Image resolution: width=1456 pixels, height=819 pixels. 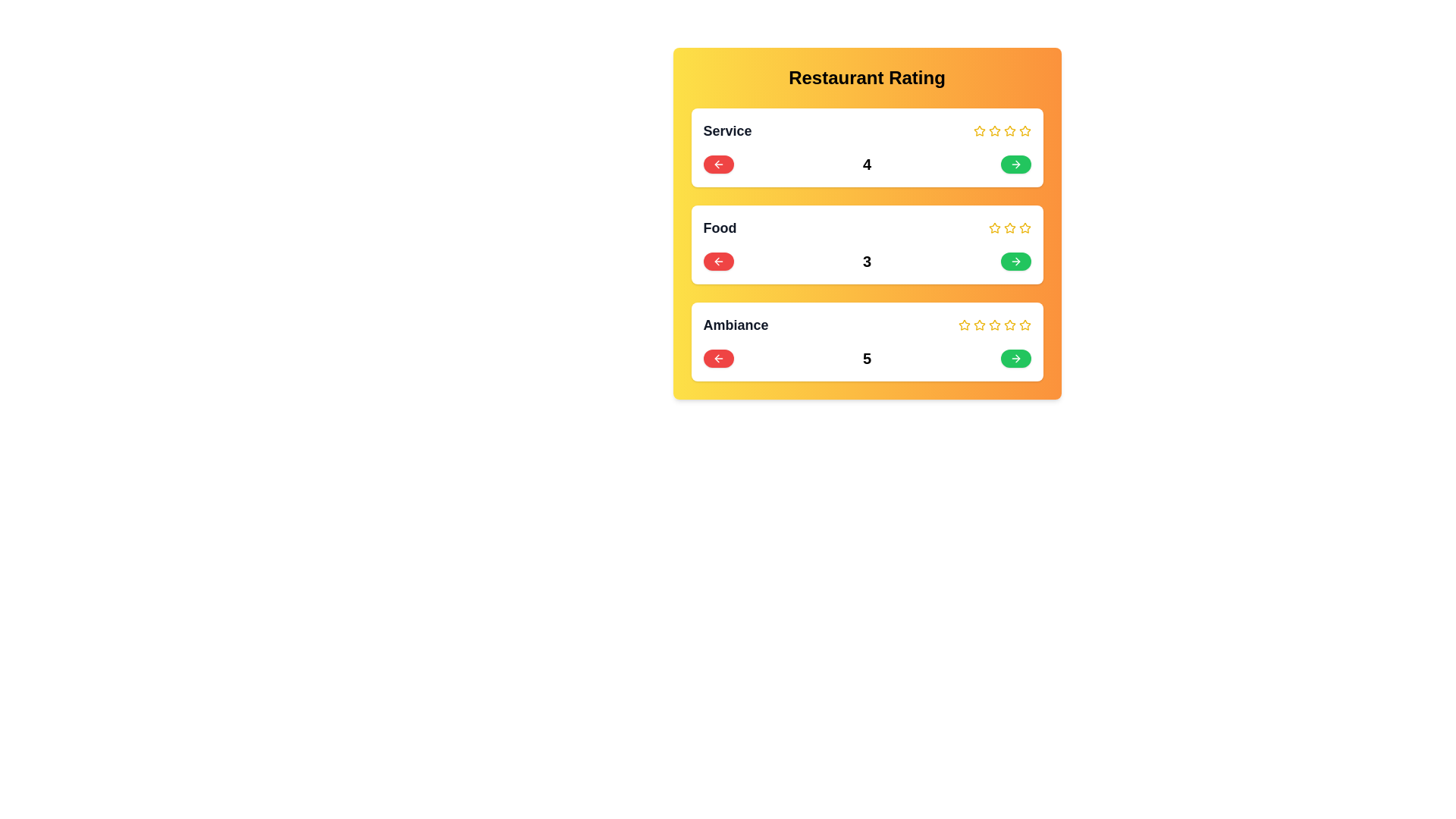 I want to click on the third star icon in the 5-star rating system for the 'Food' category, so click(x=1009, y=227).